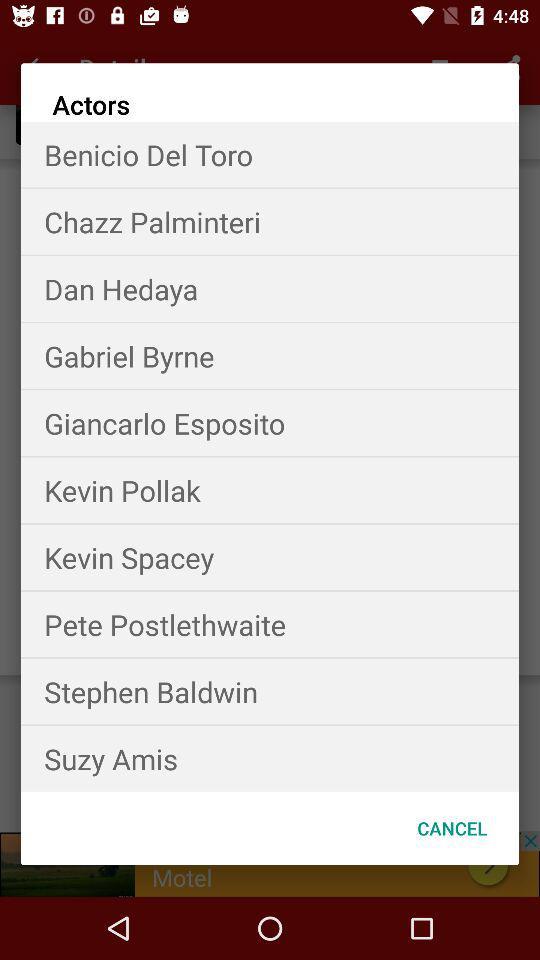  I want to click on item above the    kevin spacey item, so click(270, 489).